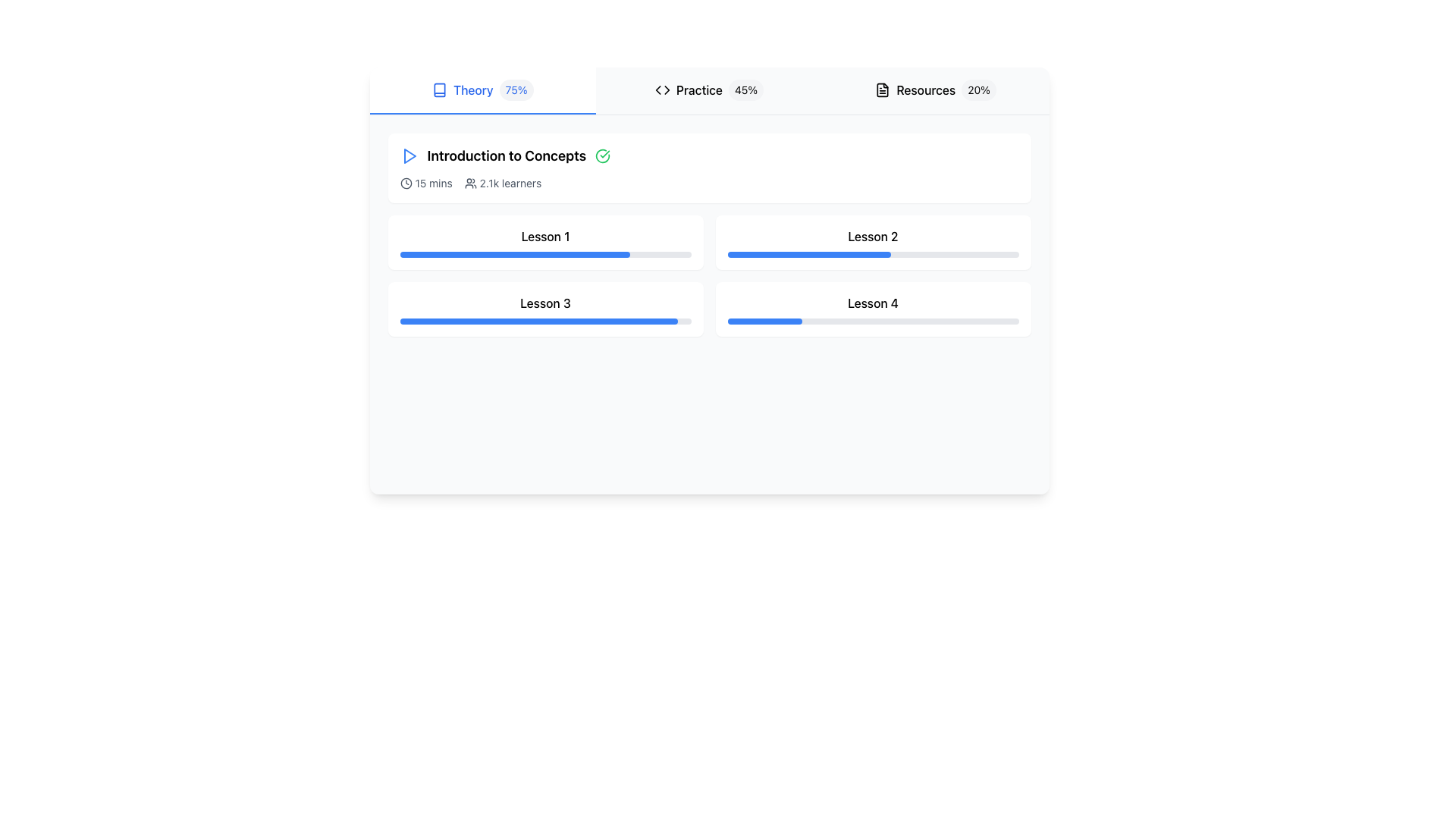 Image resolution: width=1456 pixels, height=819 pixels. What do you see at coordinates (515, 253) in the screenshot?
I see `the blue filling of the progress bar indicator for 'Lesson 1' to interact with it` at bounding box center [515, 253].